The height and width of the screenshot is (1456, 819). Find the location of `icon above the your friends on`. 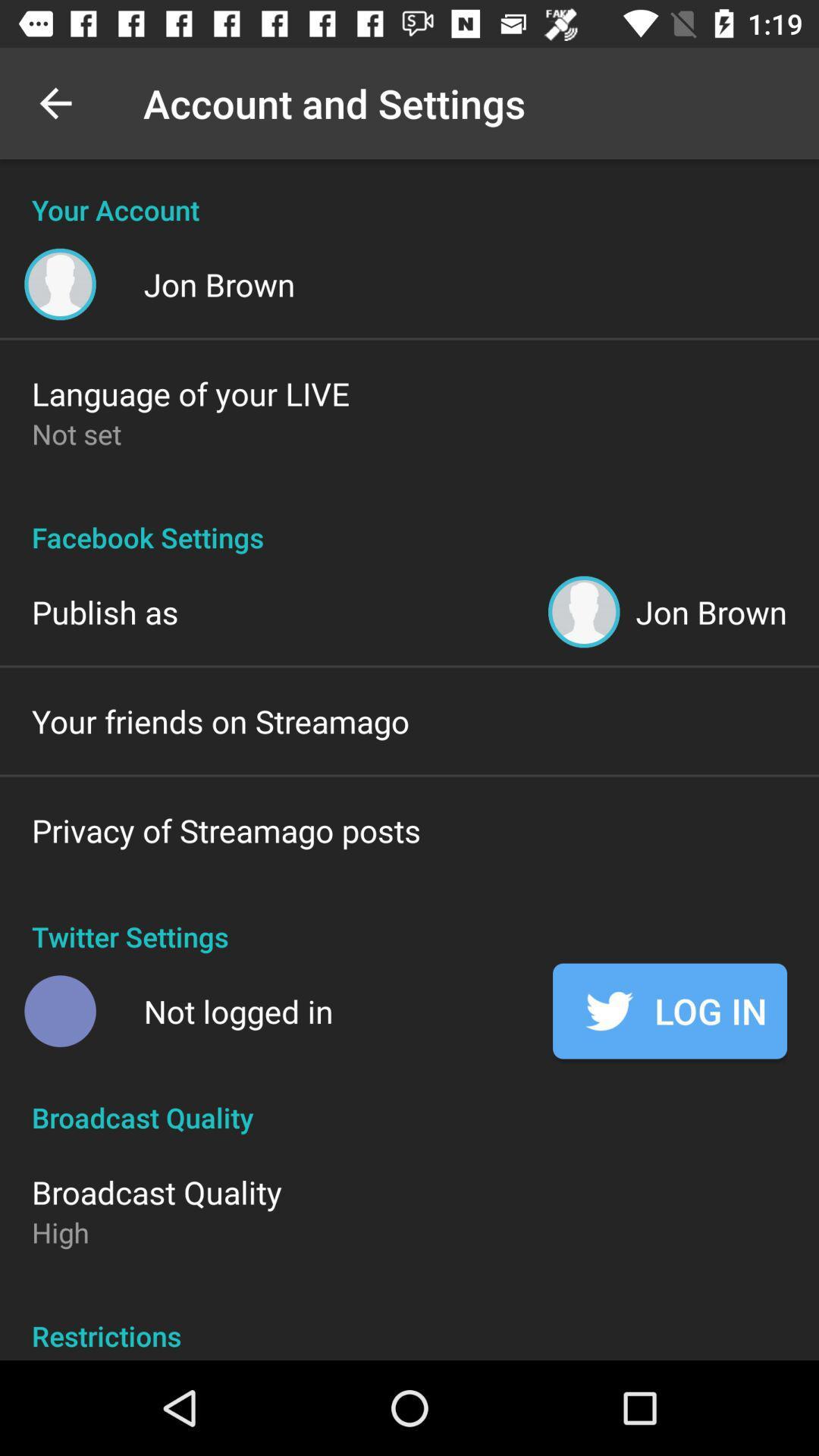

icon above the your friends on is located at coordinates (104, 611).